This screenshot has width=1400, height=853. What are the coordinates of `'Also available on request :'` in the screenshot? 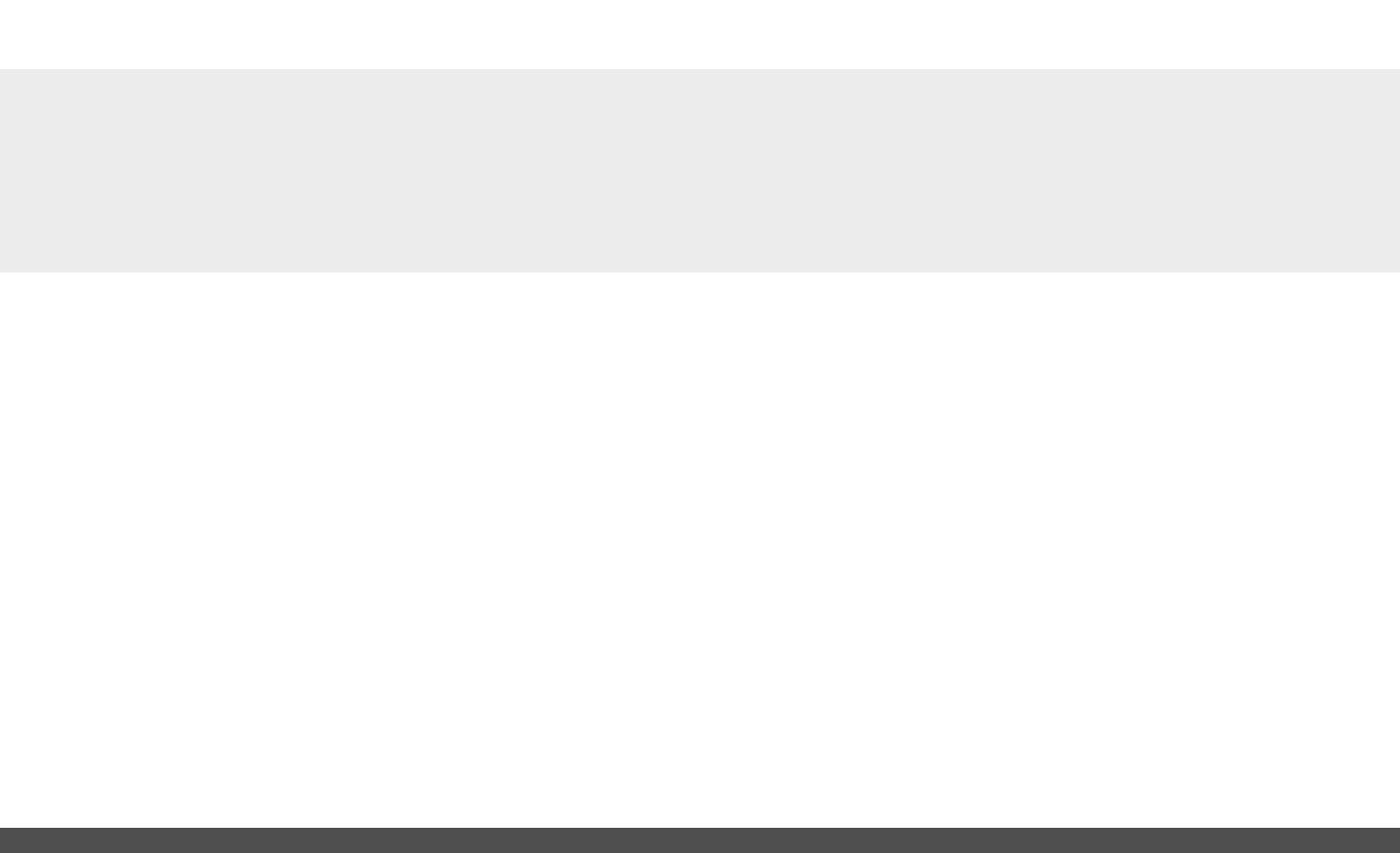 It's located at (272, 693).